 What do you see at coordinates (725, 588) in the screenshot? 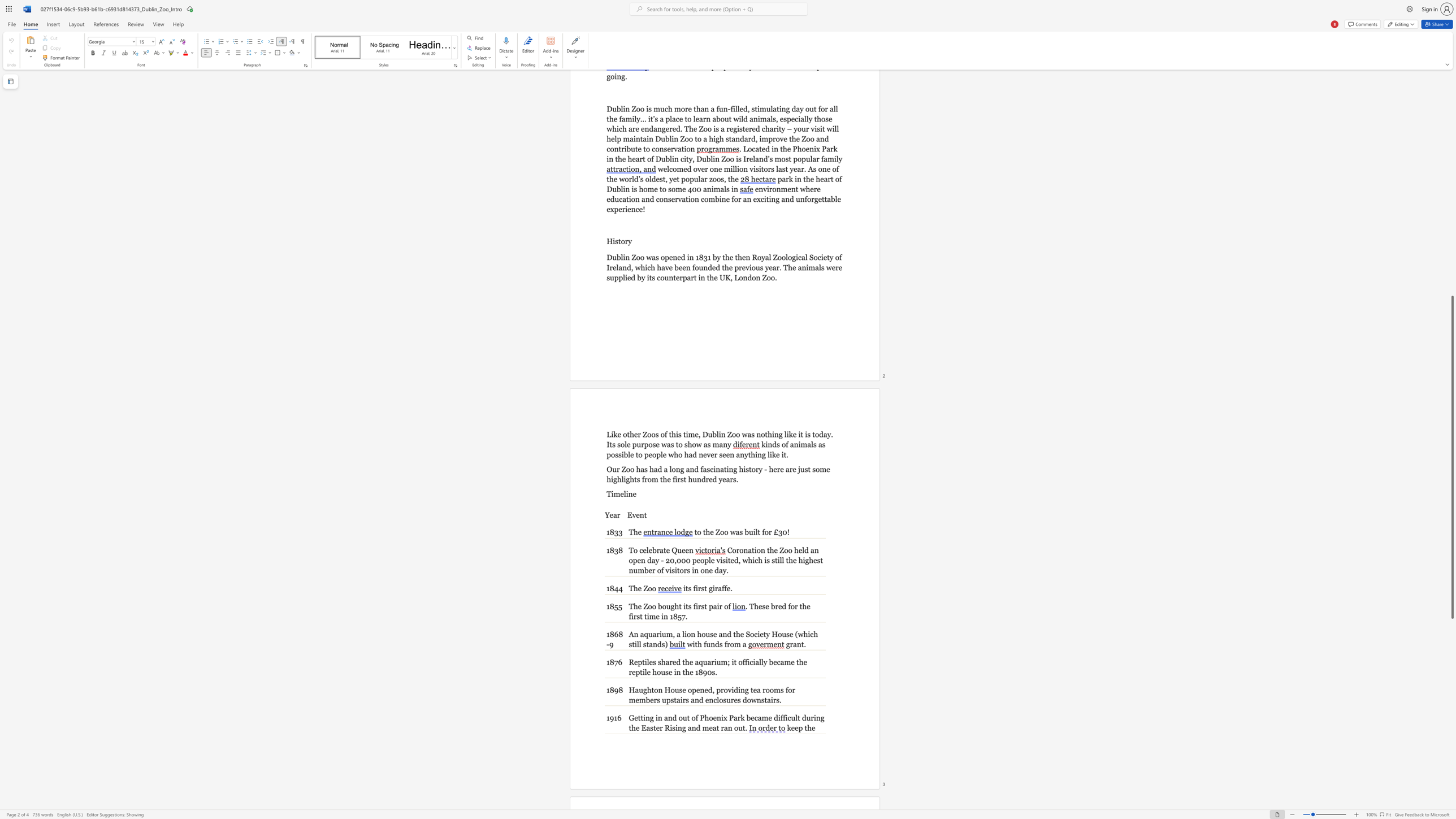
I see `the 3th character "f" in the text` at bounding box center [725, 588].